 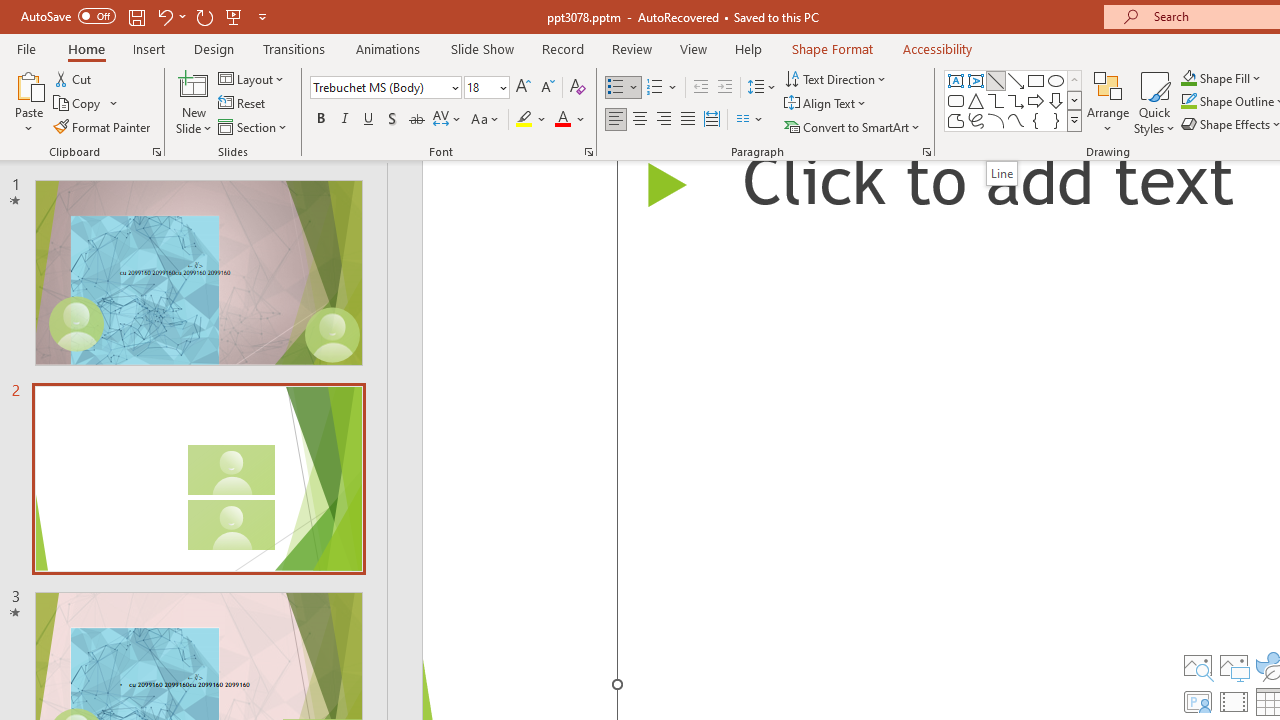 I want to click on 'Arrow: Right', so click(x=1036, y=100).